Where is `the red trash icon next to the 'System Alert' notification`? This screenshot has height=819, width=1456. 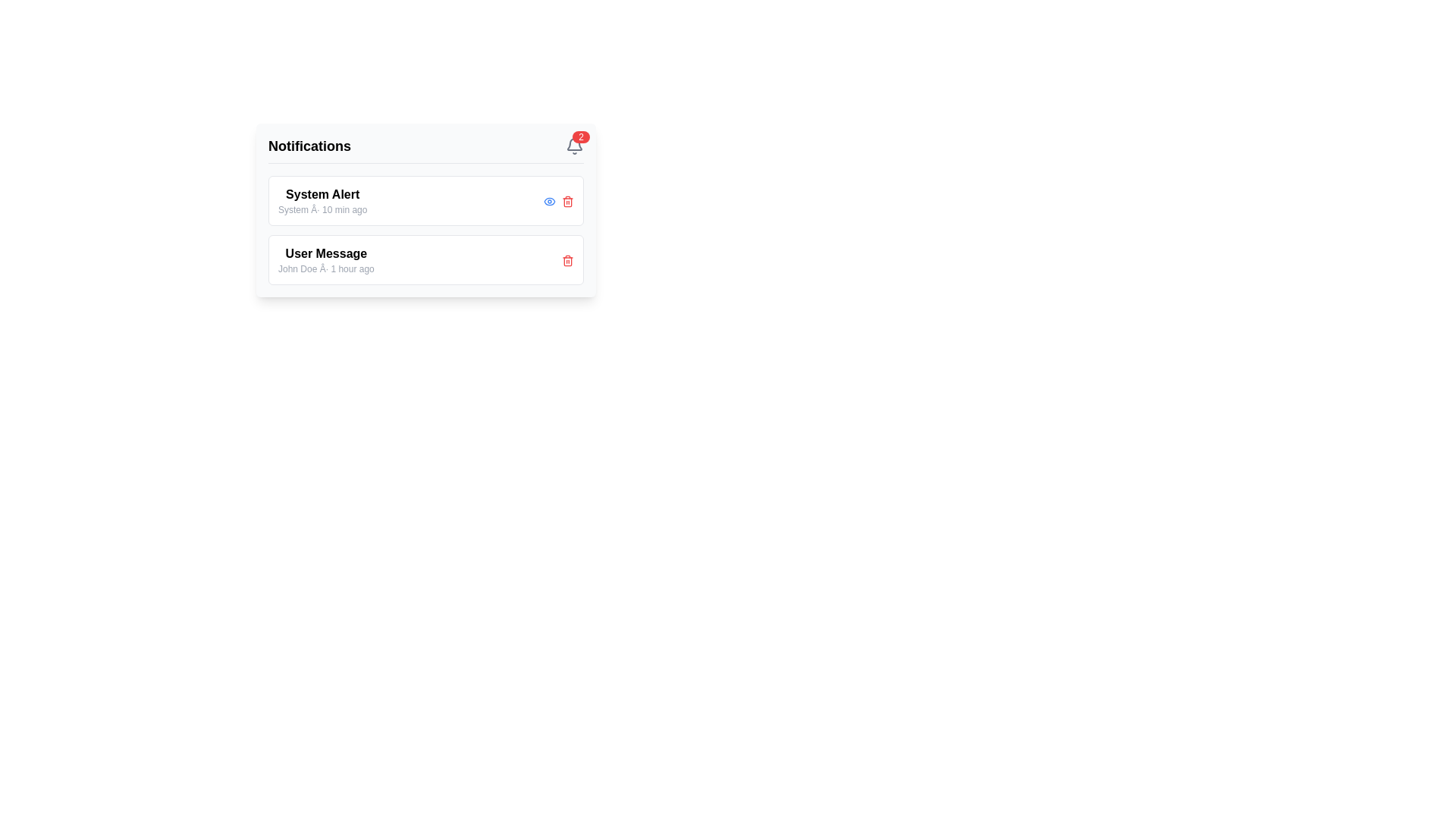 the red trash icon next to the 'System Alert' notification is located at coordinates (566, 200).